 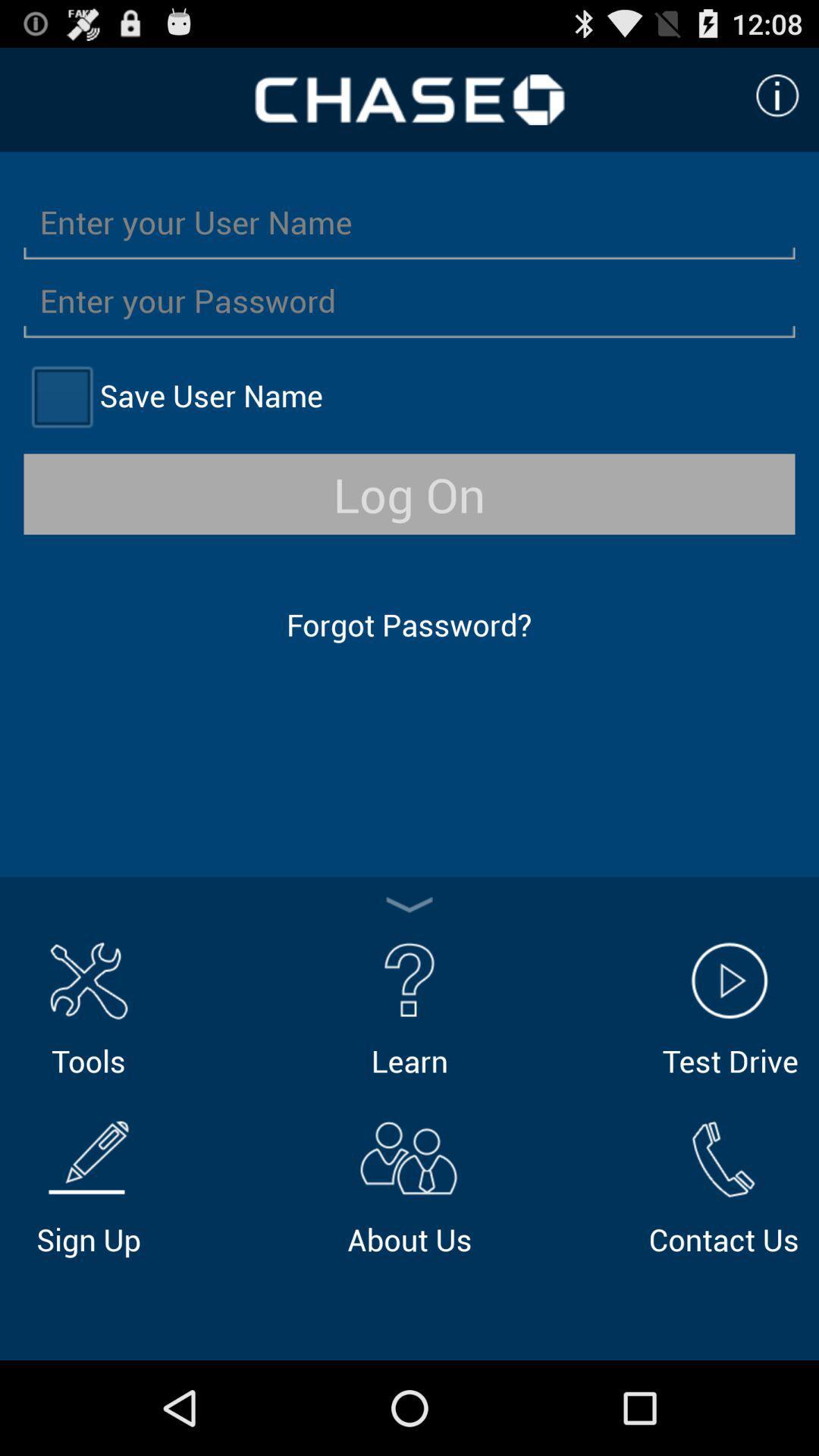 What do you see at coordinates (409, 1006) in the screenshot?
I see `item to the right of the tools icon` at bounding box center [409, 1006].